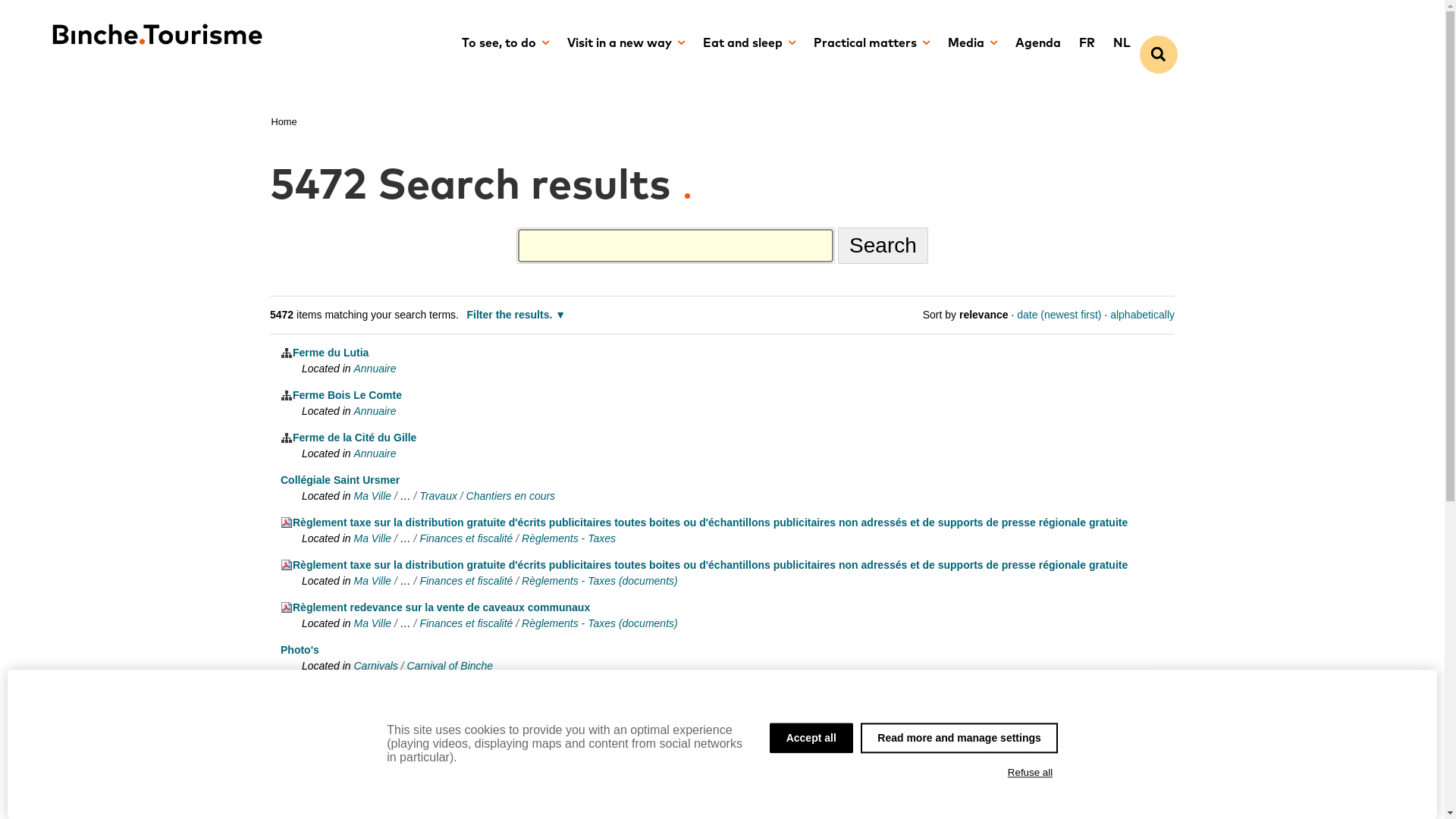  What do you see at coordinates (692, 42) in the screenshot?
I see `'Eat and sleep'` at bounding box center [692, 42].